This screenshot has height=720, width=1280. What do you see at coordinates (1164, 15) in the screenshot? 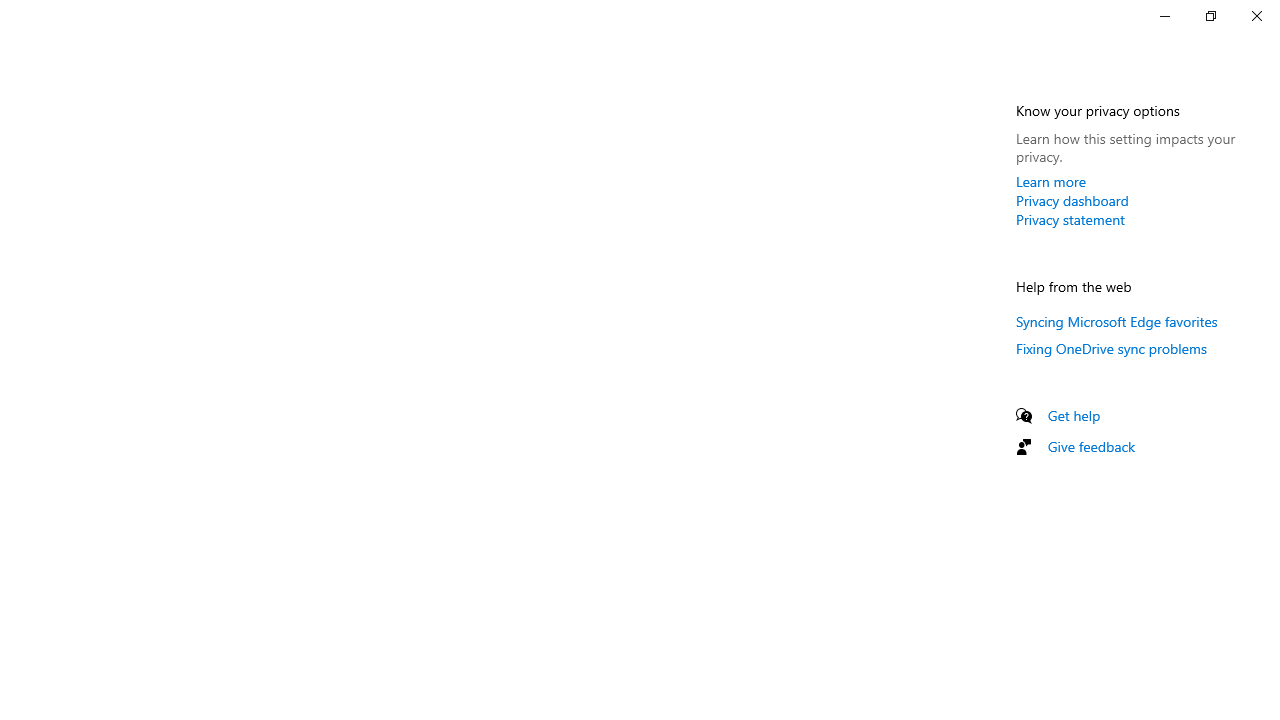
I see `'Minimize Settings'` at bounding box center [1164, 15].